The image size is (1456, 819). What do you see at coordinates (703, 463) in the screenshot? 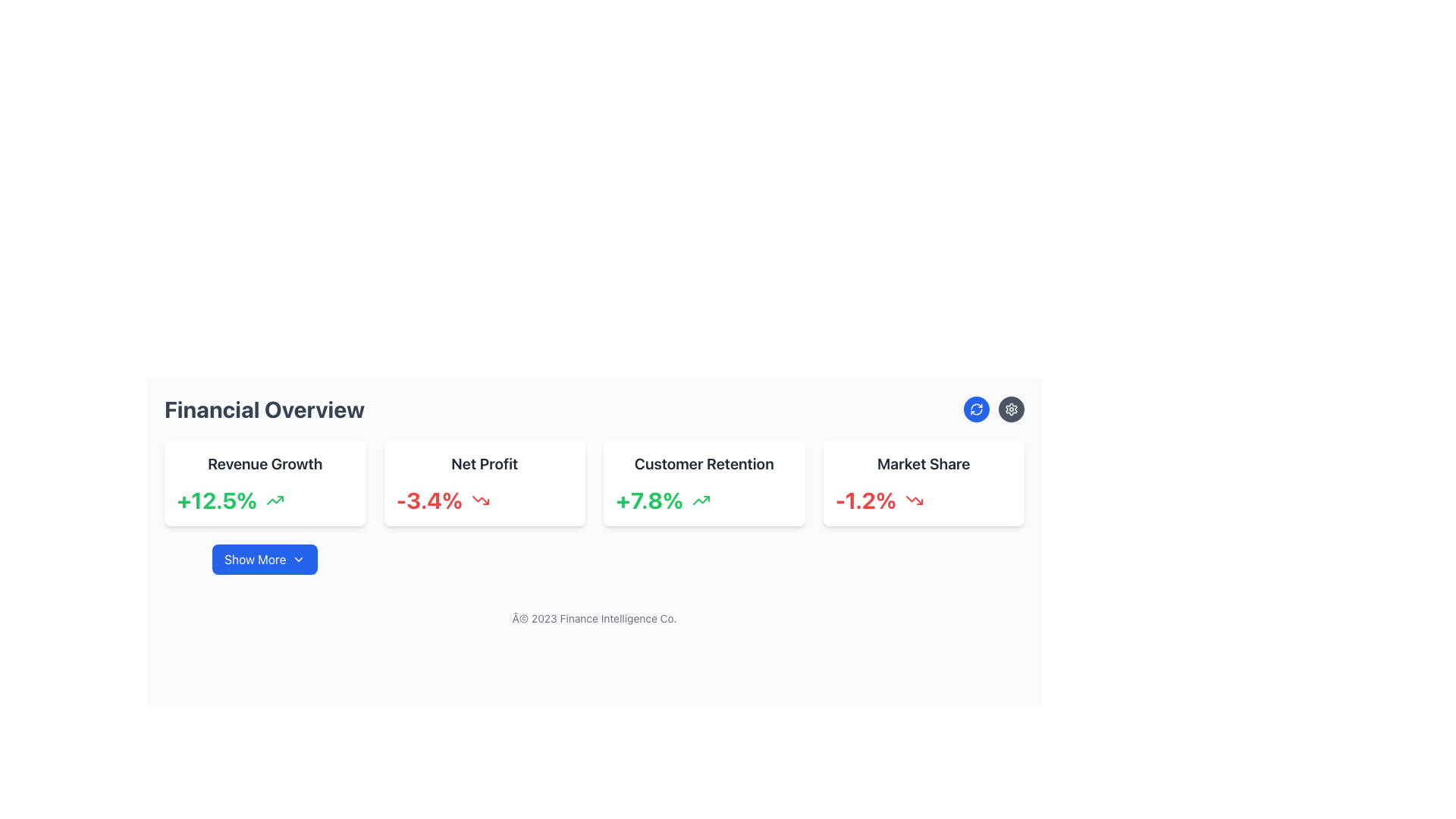
I see `the 'Customer Retention' text label, which is a bold, large-sized dark gray font at the top of the third summary card` at bounding box center [703, 463].